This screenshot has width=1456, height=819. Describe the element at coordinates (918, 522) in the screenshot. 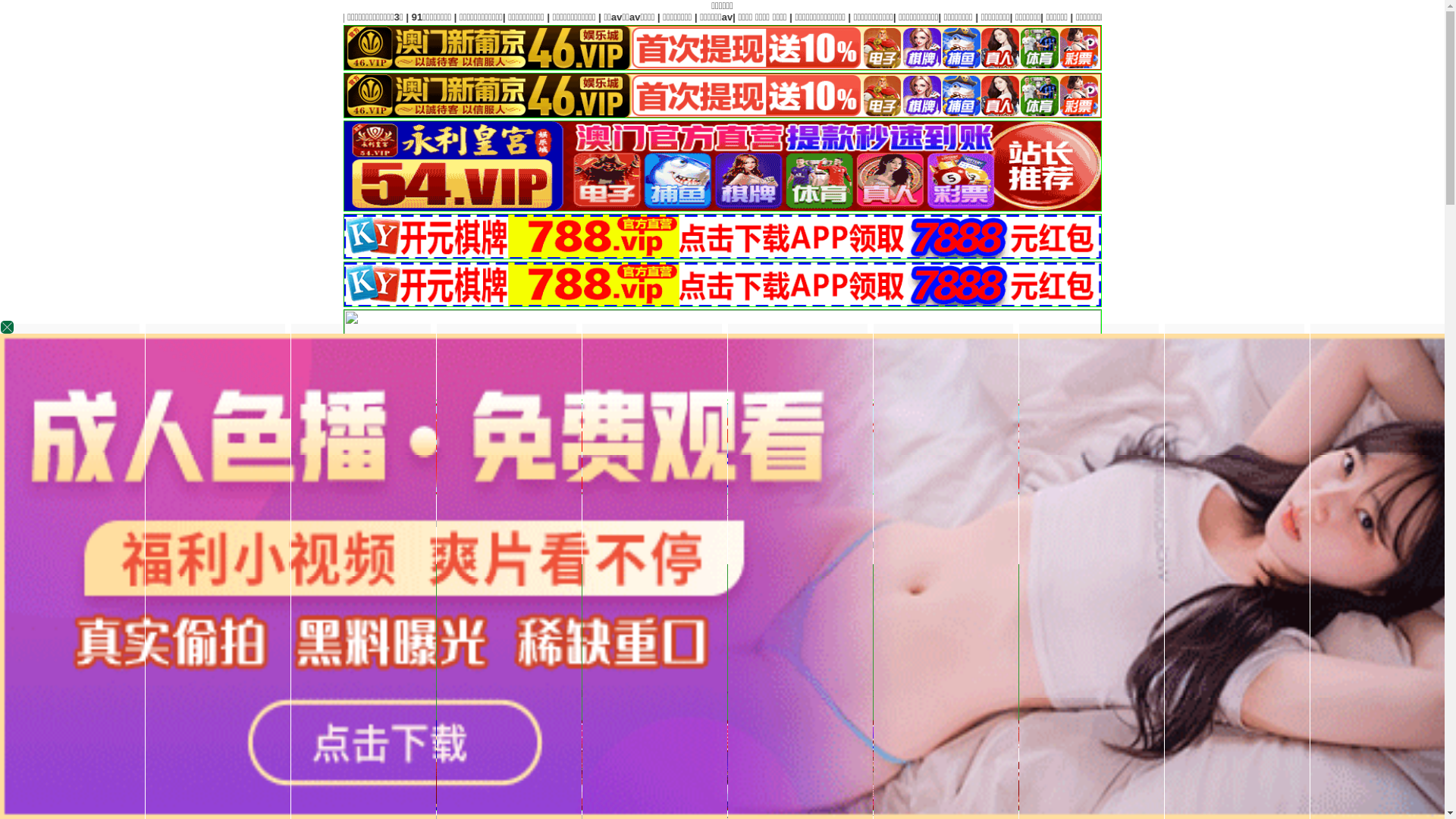

I see `'www.swszl.com'` at that location.